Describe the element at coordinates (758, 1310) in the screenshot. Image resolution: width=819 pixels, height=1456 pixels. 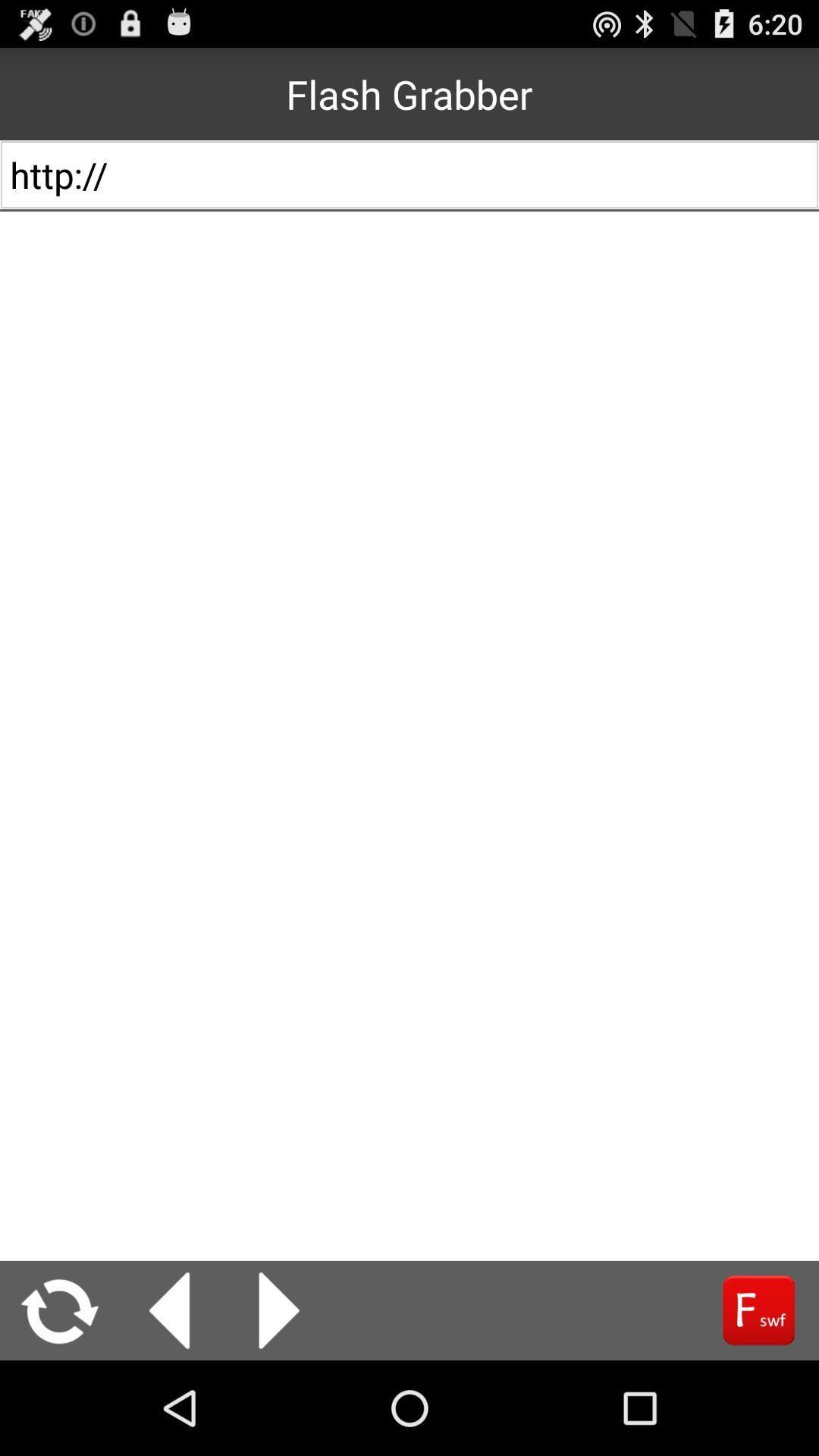
I see `f swf shock wave flash` at that location.